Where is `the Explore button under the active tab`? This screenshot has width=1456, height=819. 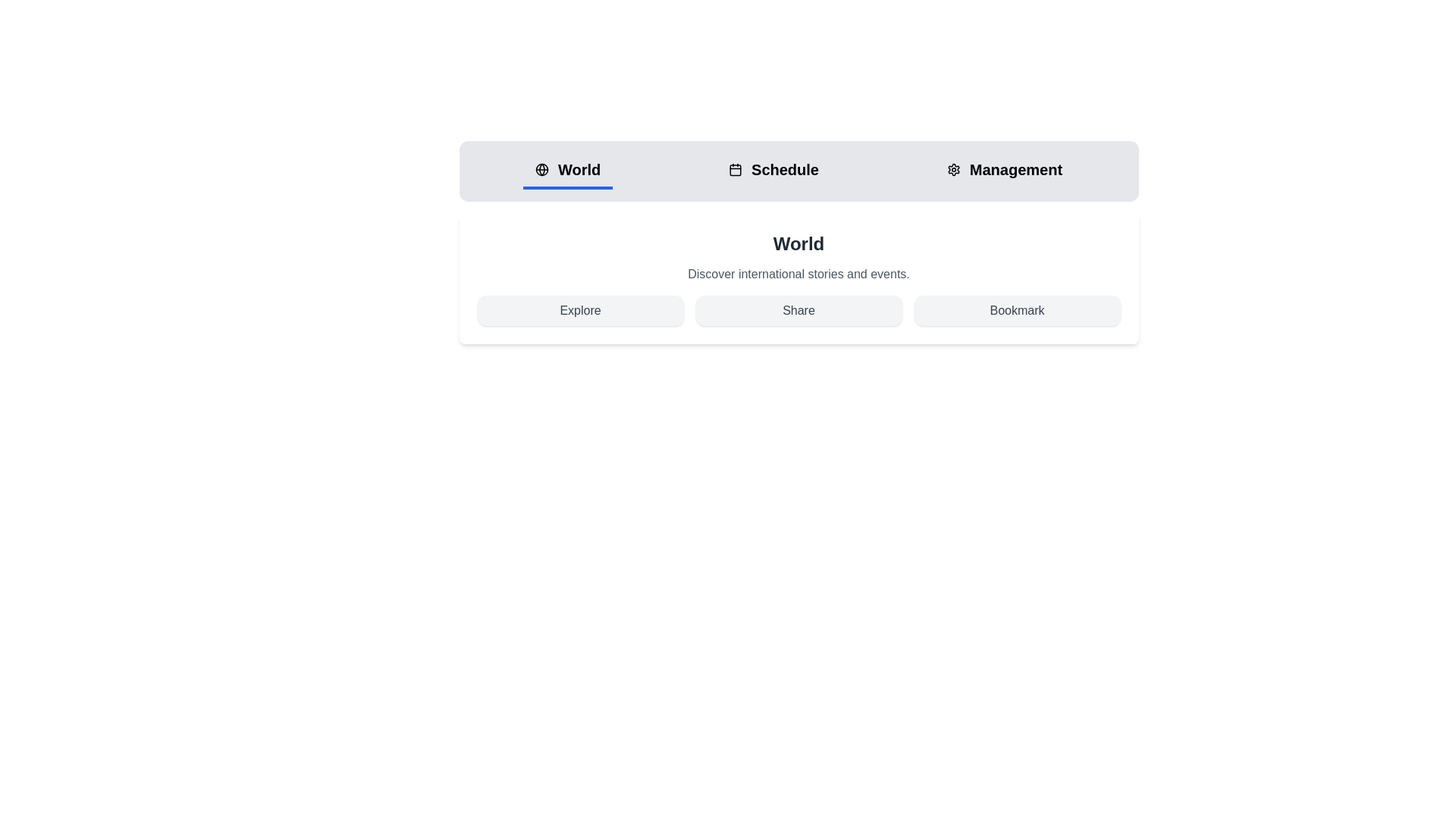
the Explore button under the active tab is located at coordinates (579, 309).